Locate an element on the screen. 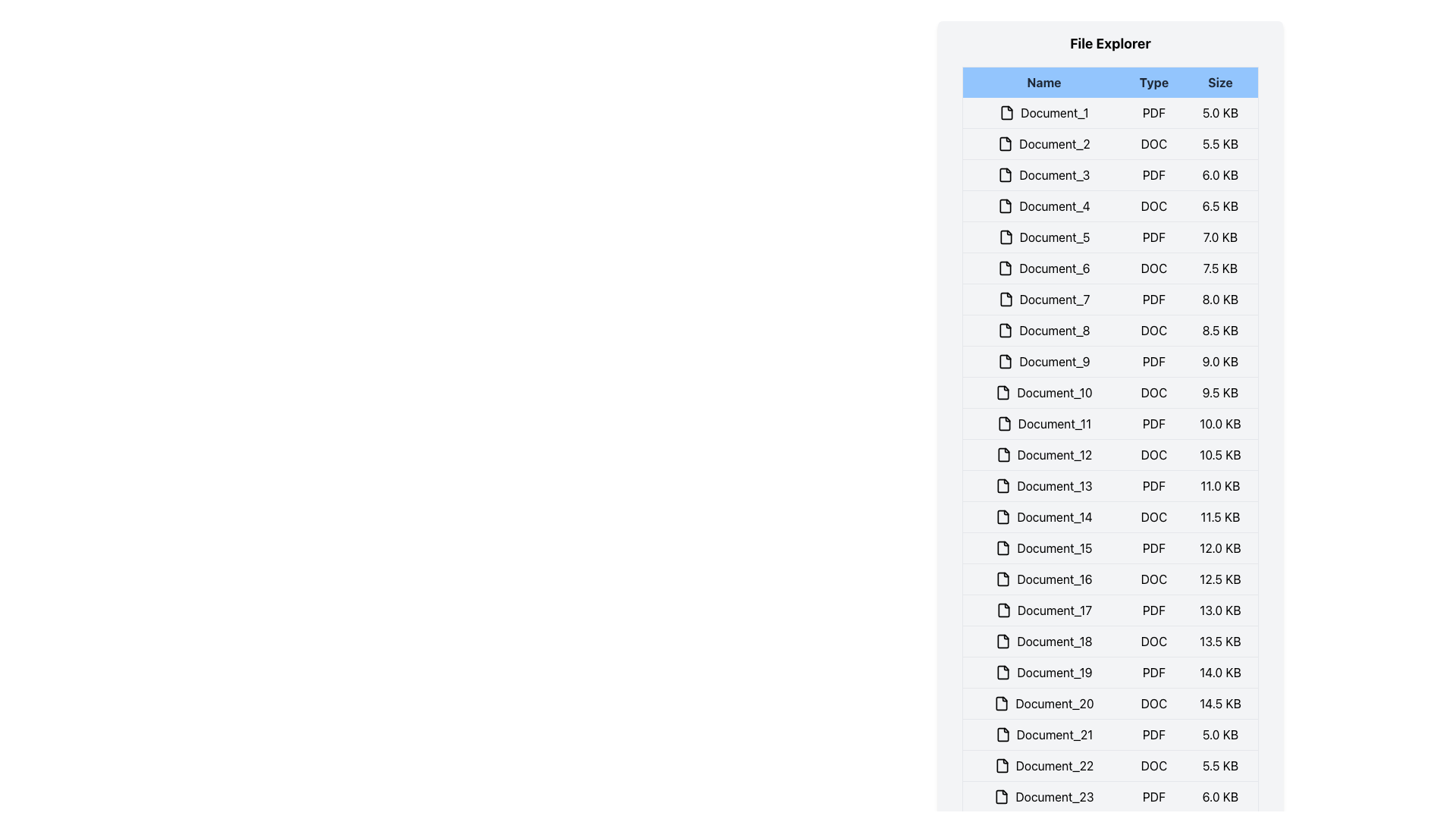  the document file entry icon for 'Document_20' is located at coordinates (1002, 704).